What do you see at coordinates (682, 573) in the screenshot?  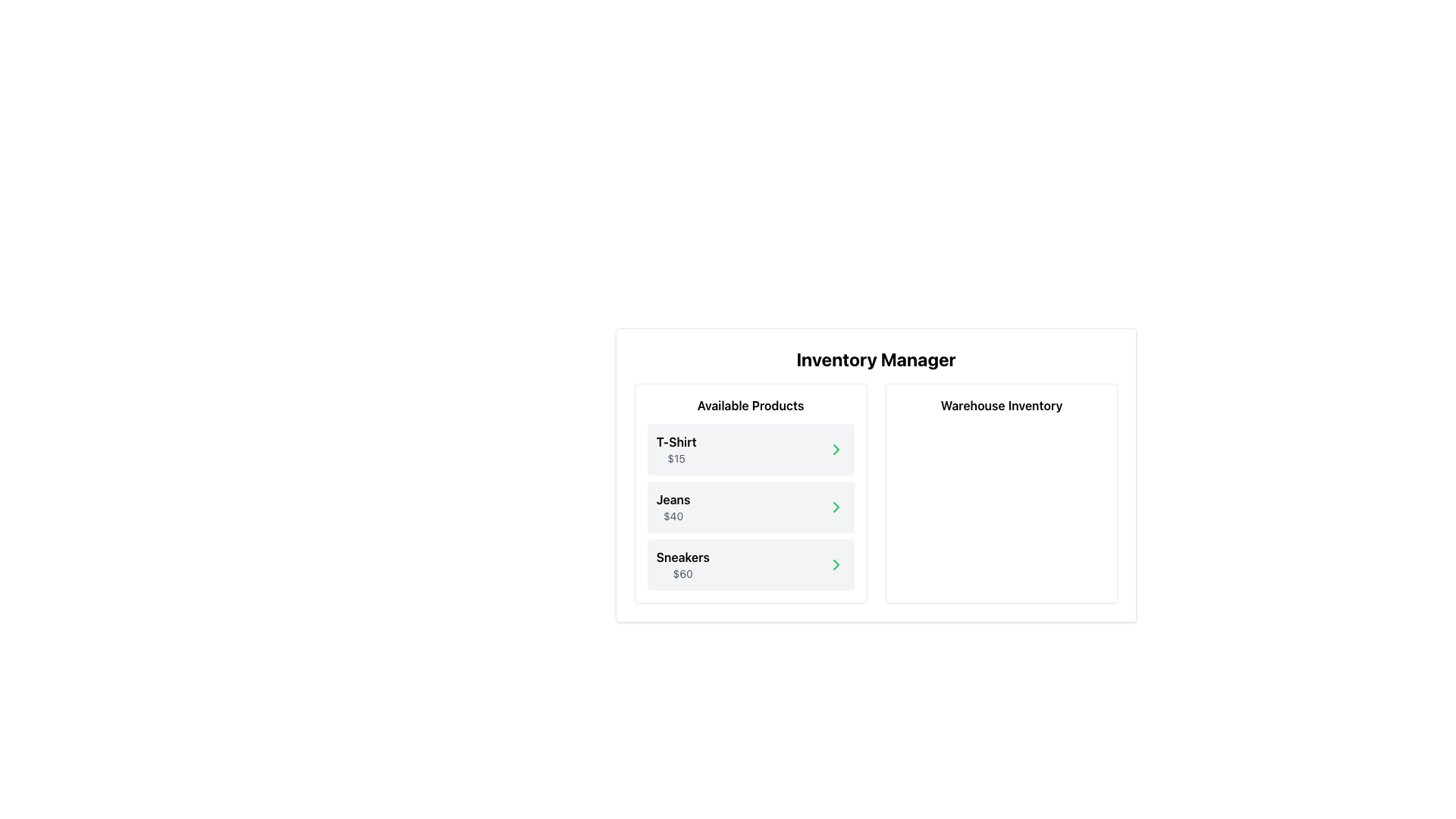 I see `text content displayed in the label showing '$60' located below the 'Sneakers' label in the third card of the 'Available Products' section` at bounding box center [682, 573].